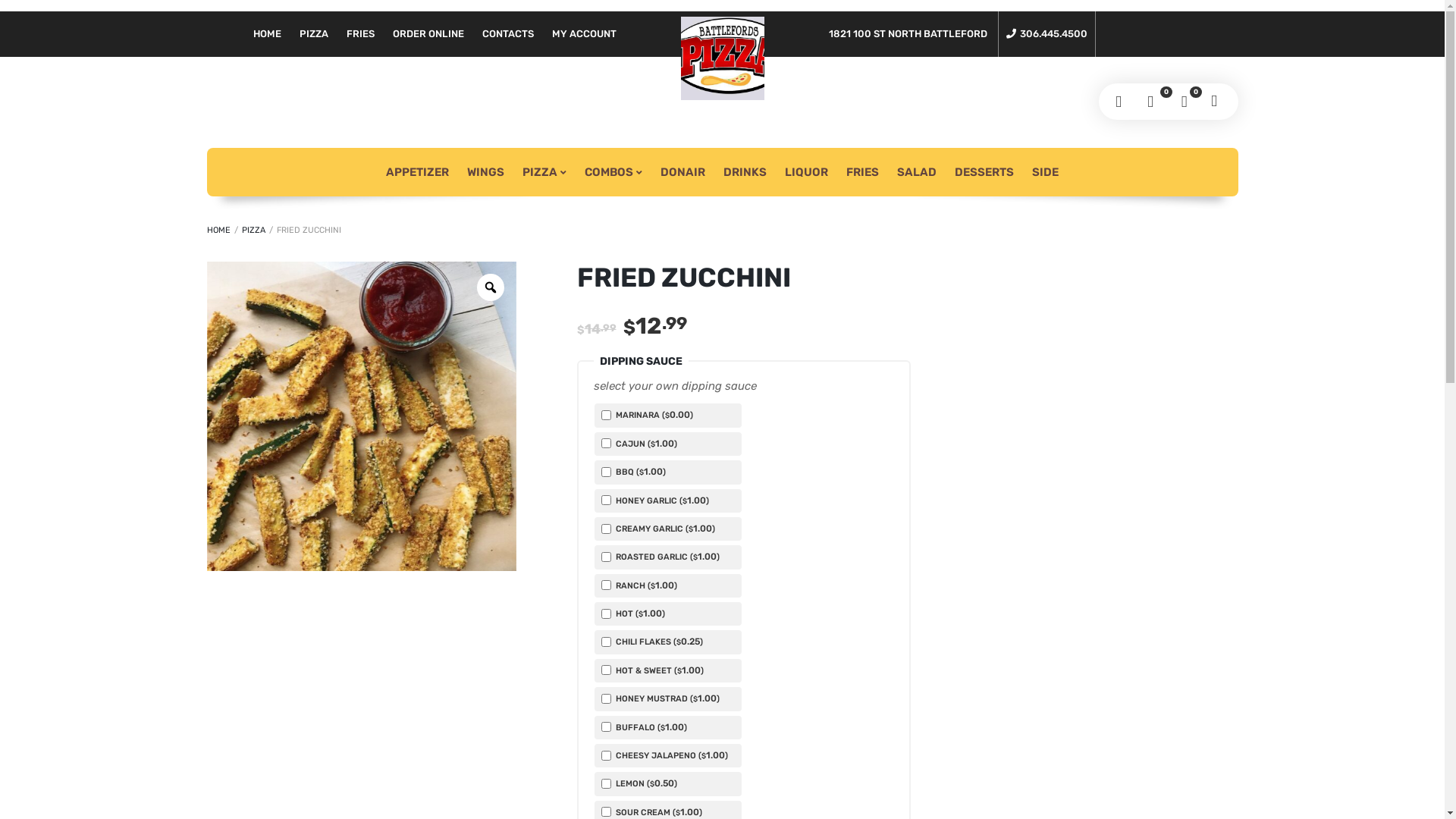  I want to click on '0', so click(1153, 102).